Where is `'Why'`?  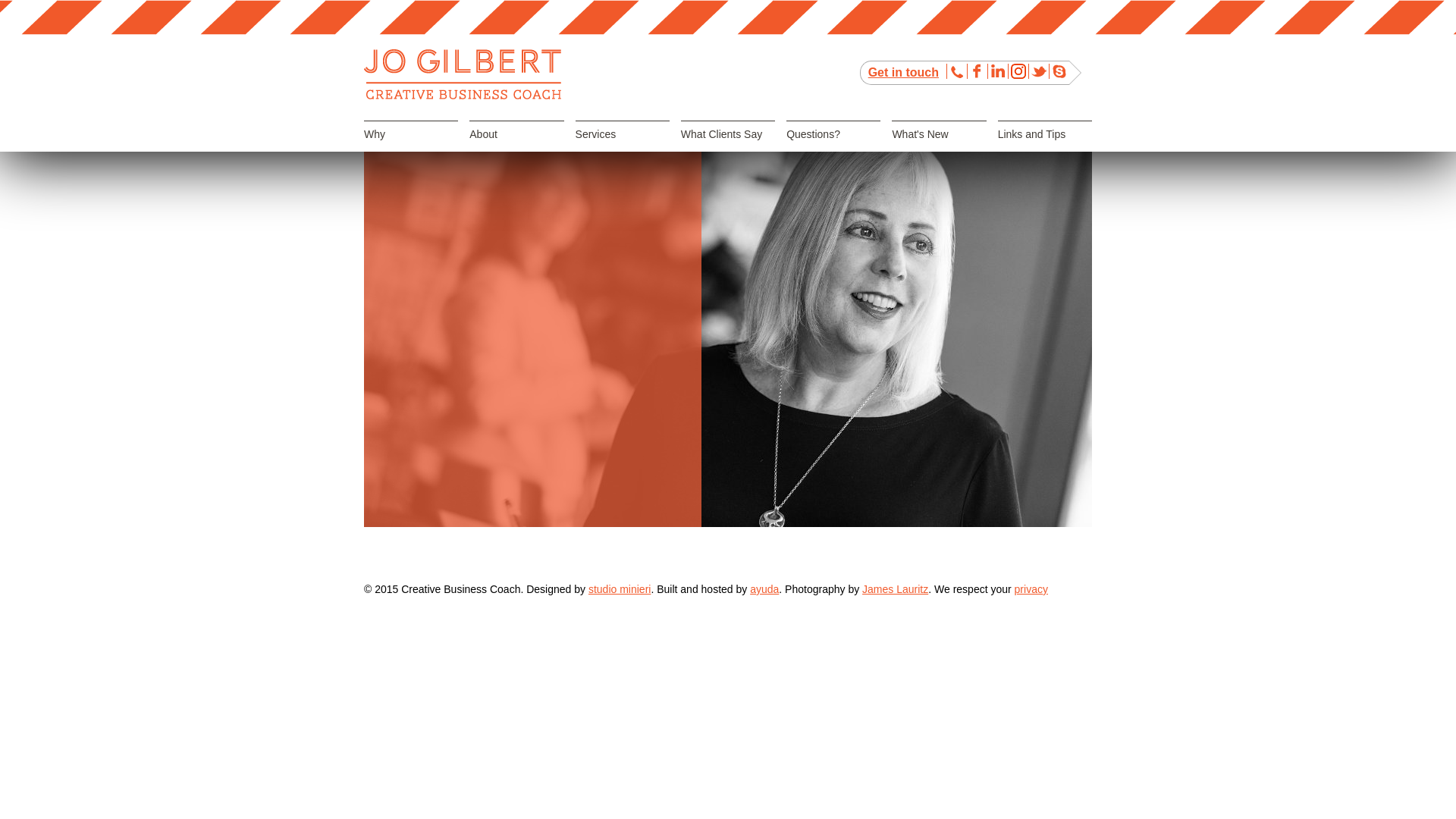
'Why' is located at coordinates (364, 148).